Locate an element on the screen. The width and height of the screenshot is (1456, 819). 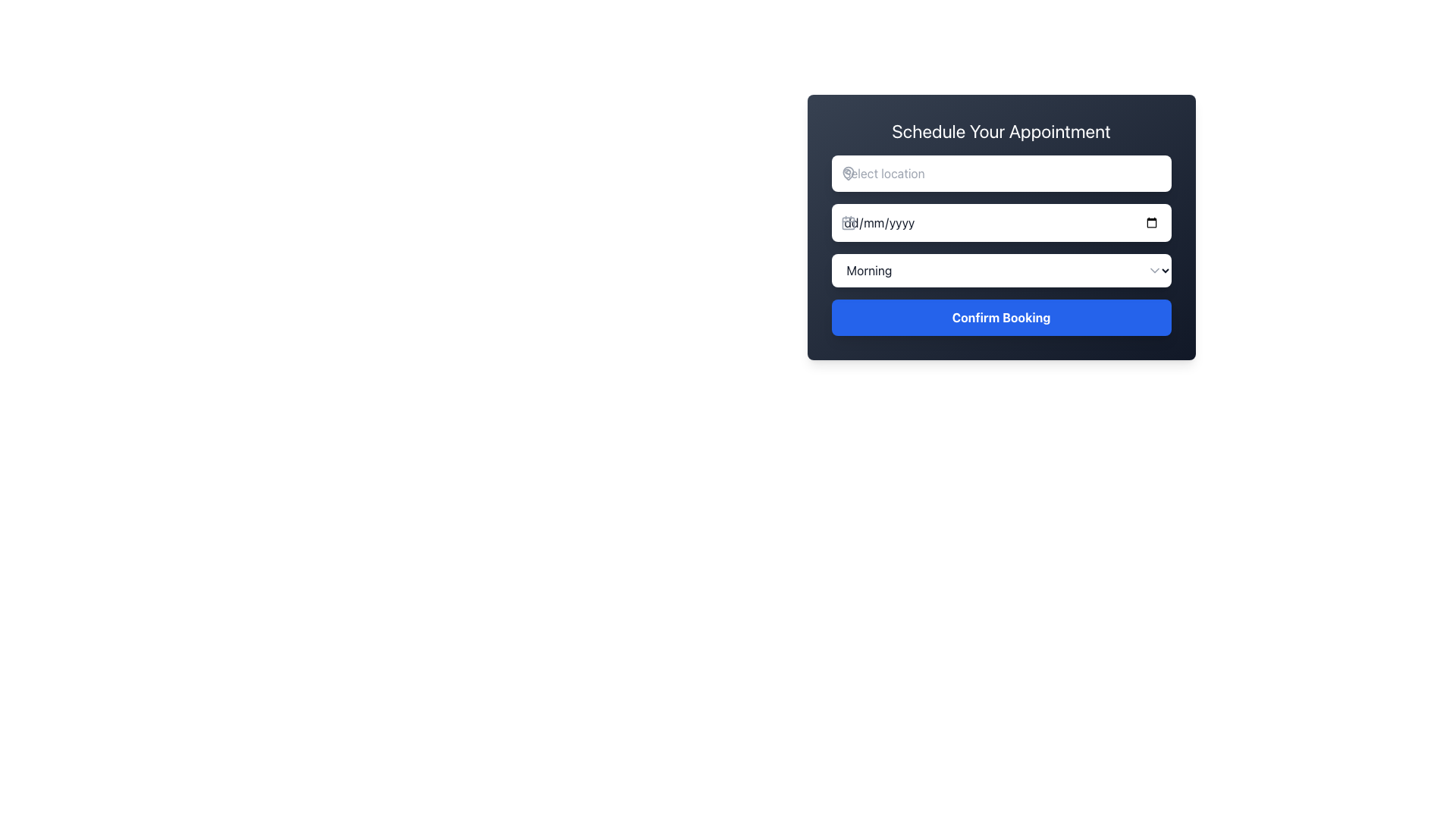
the calendar icon component located in the lower center region of the date input field, which overlays the placeholder 'dd/mm/yyyy' is located at coordinates (847, 223).